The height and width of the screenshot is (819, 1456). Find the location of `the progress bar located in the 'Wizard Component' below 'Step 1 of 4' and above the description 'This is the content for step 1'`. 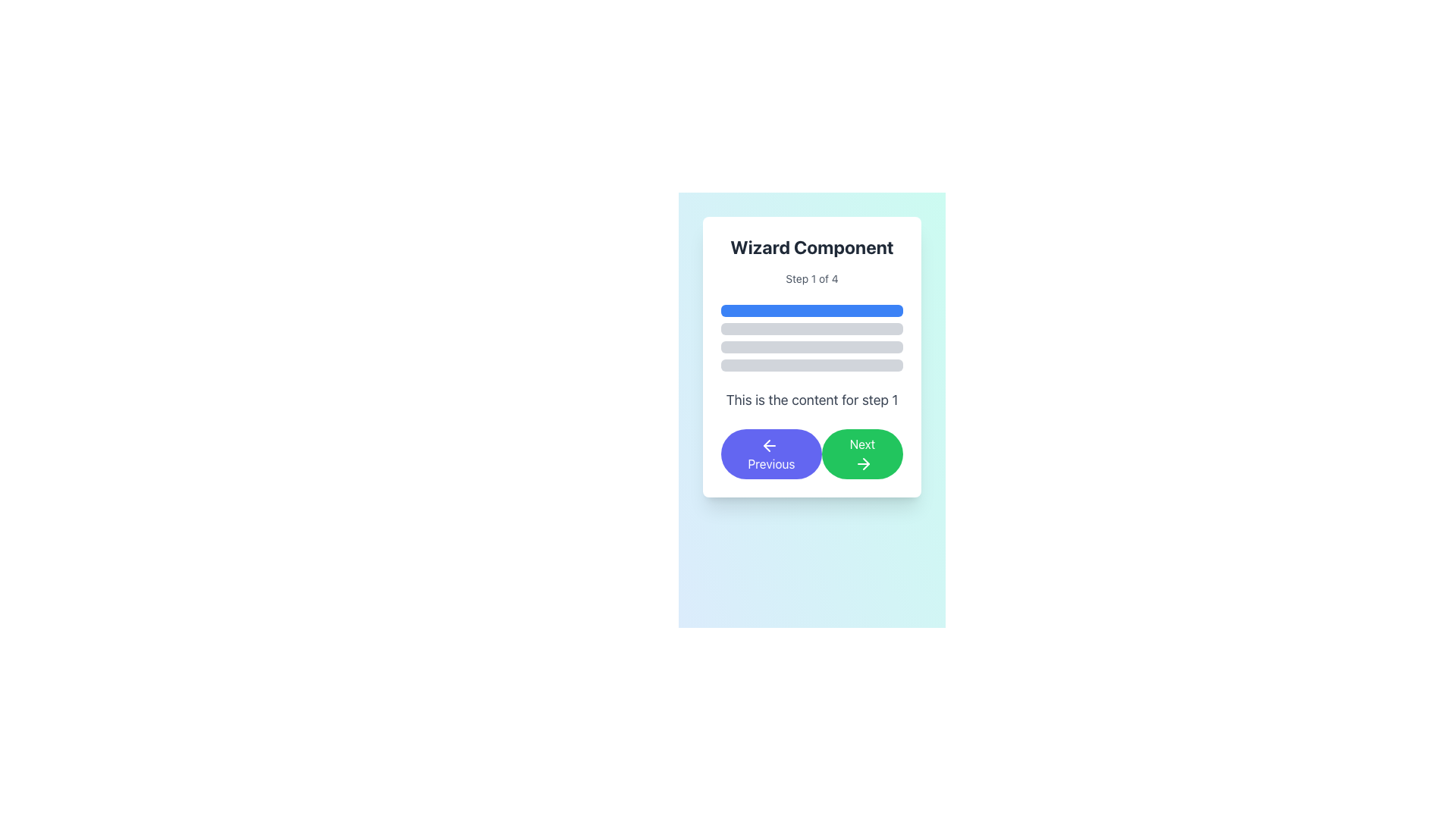

the progress bar located in the 'Wizard Component' below 'Step 1 of 4' and above the description 'This is the content for step 1' is located at coordinates (811, 337).